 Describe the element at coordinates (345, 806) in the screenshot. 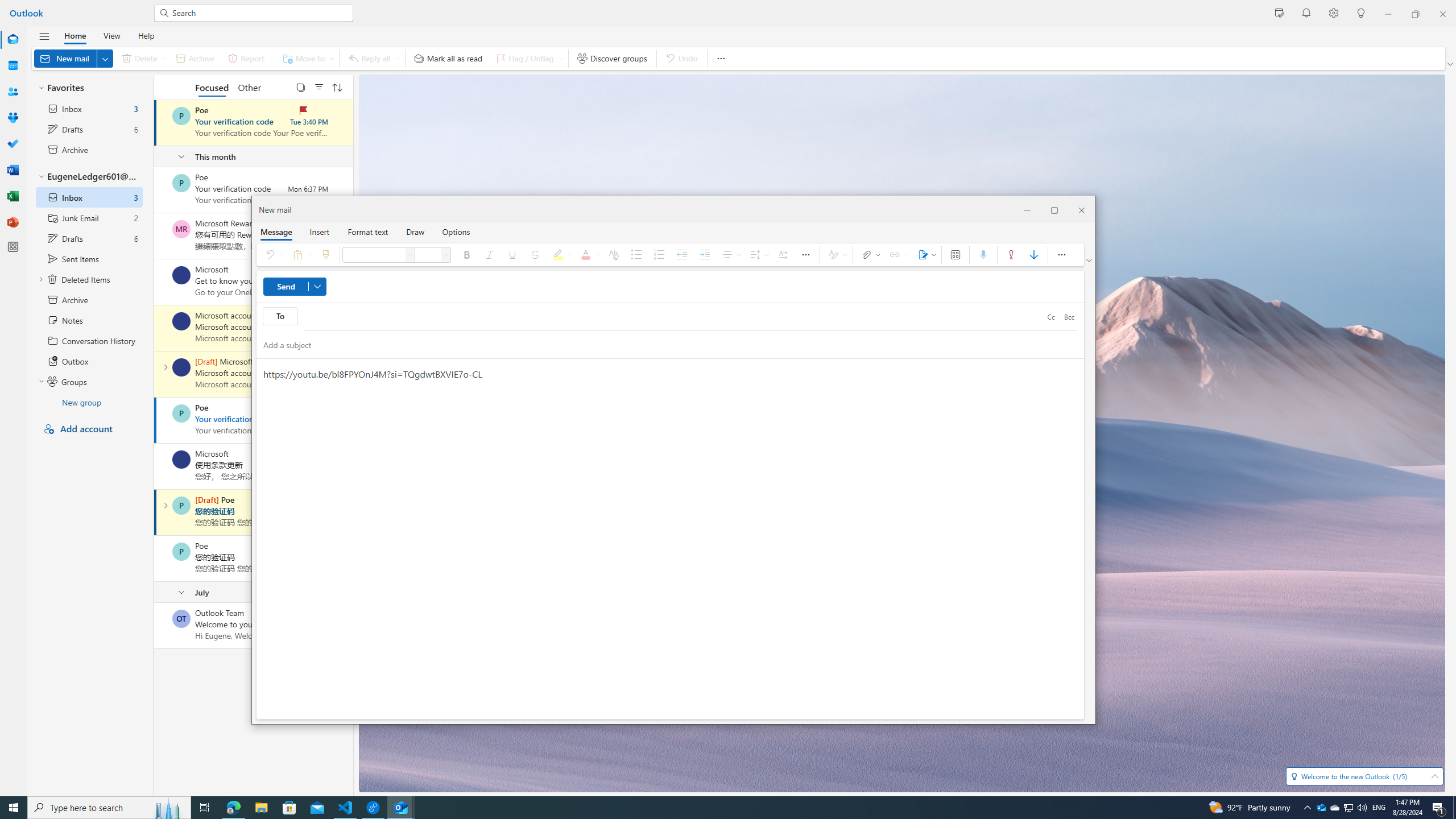

I see `'Visual Studio Code - 1 running window'` at that location.